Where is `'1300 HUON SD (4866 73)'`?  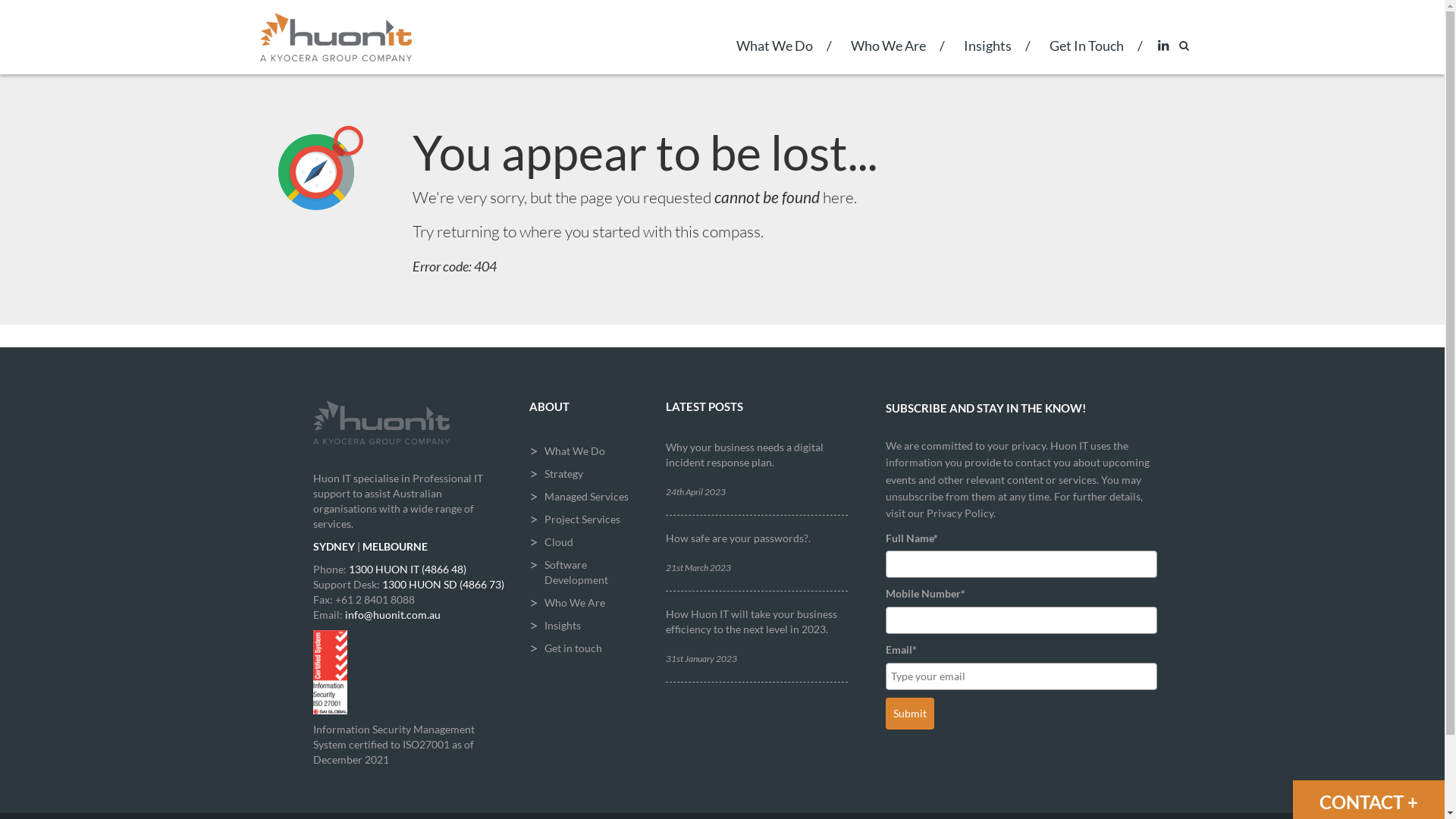
'1300 HUON SD (4866 73)' is located at coordinates (442, 583).